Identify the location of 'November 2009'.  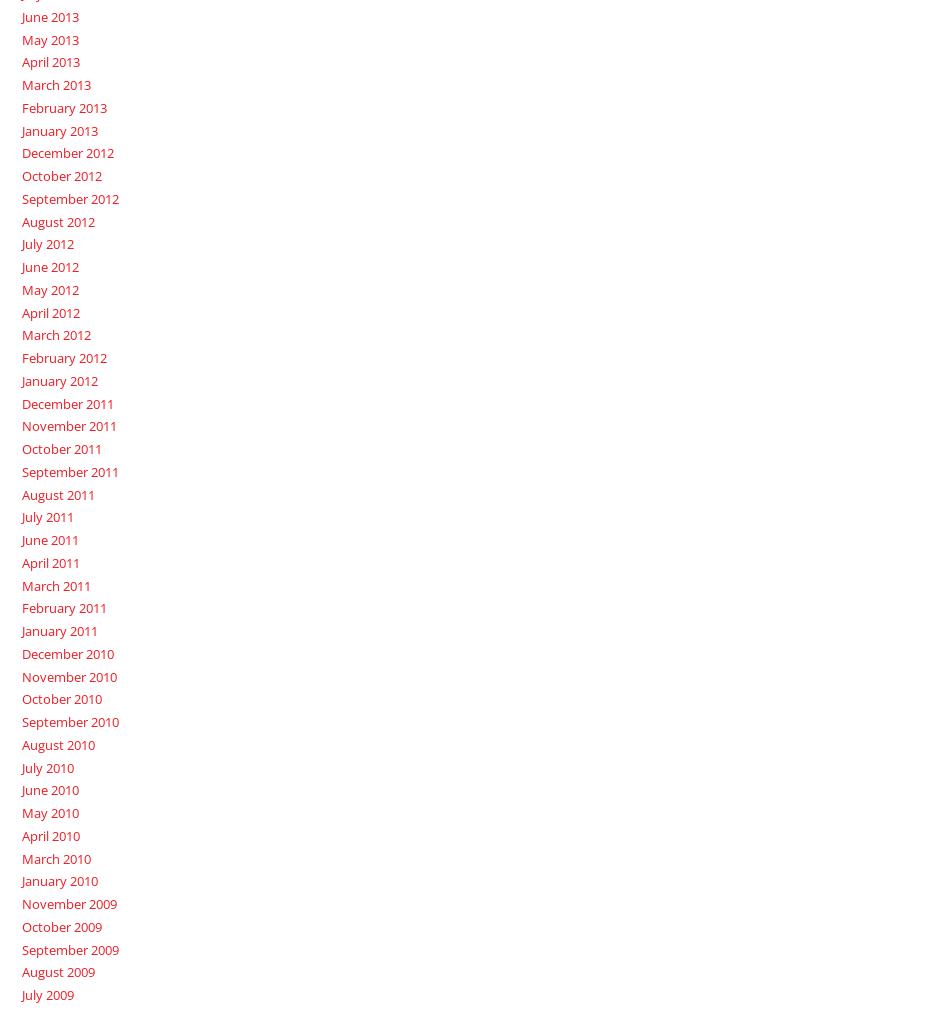
(20, 904).